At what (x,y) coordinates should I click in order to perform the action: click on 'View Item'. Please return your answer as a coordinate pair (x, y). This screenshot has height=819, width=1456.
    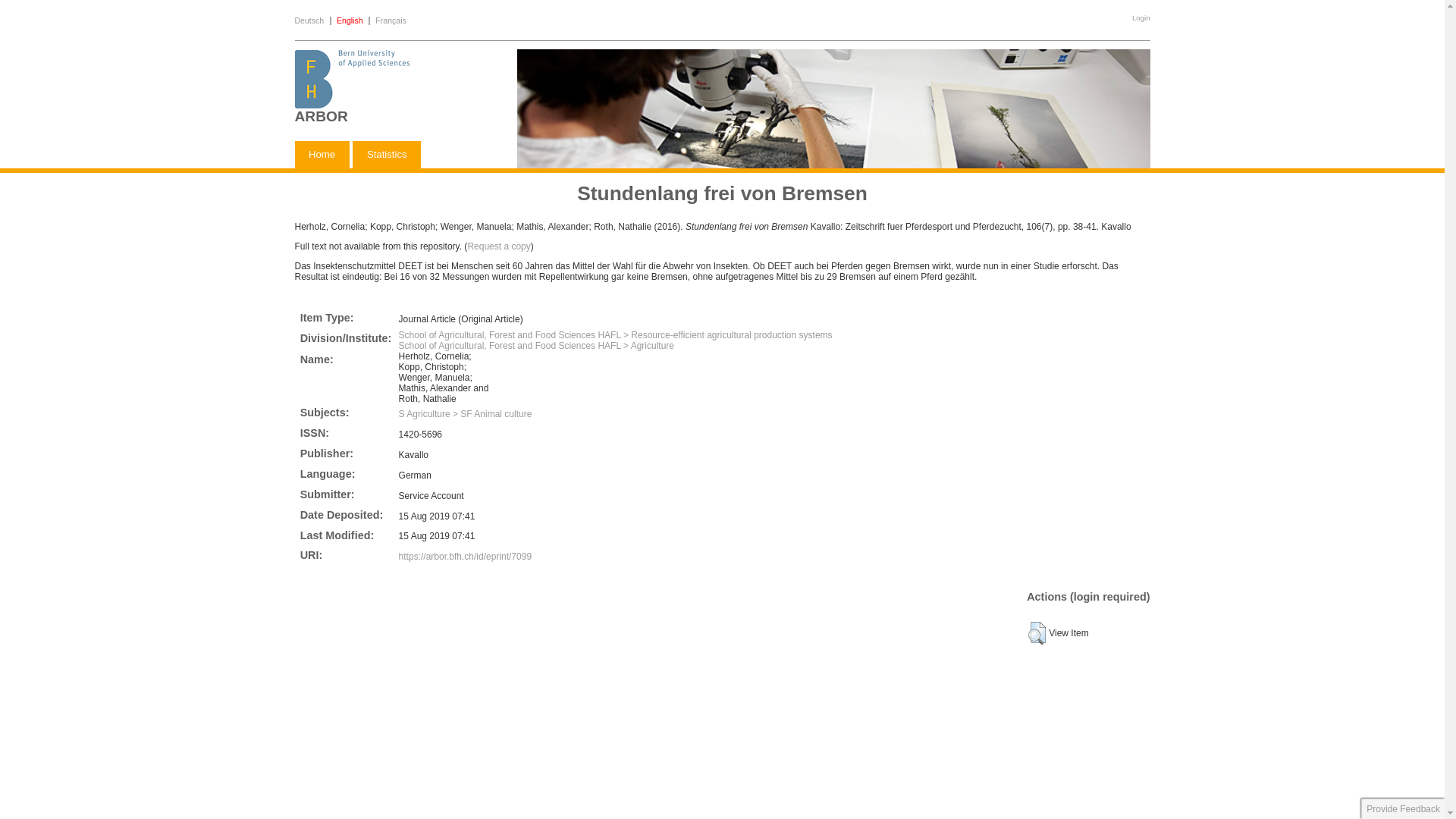
    Looking at the image, I should click on (1028, 632).